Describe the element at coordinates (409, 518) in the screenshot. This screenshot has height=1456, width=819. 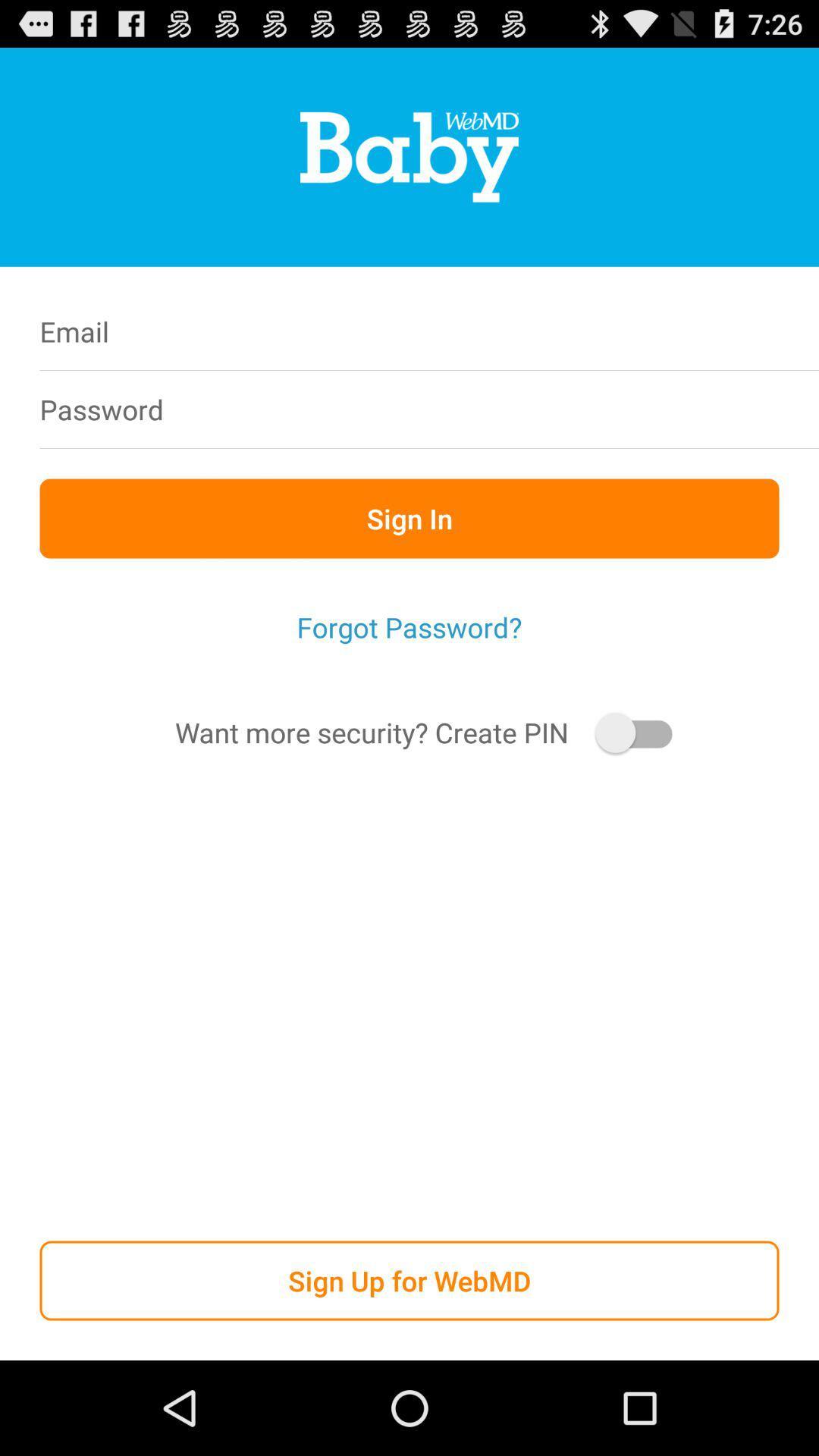
I see `item above forgot password? icon` at that location.